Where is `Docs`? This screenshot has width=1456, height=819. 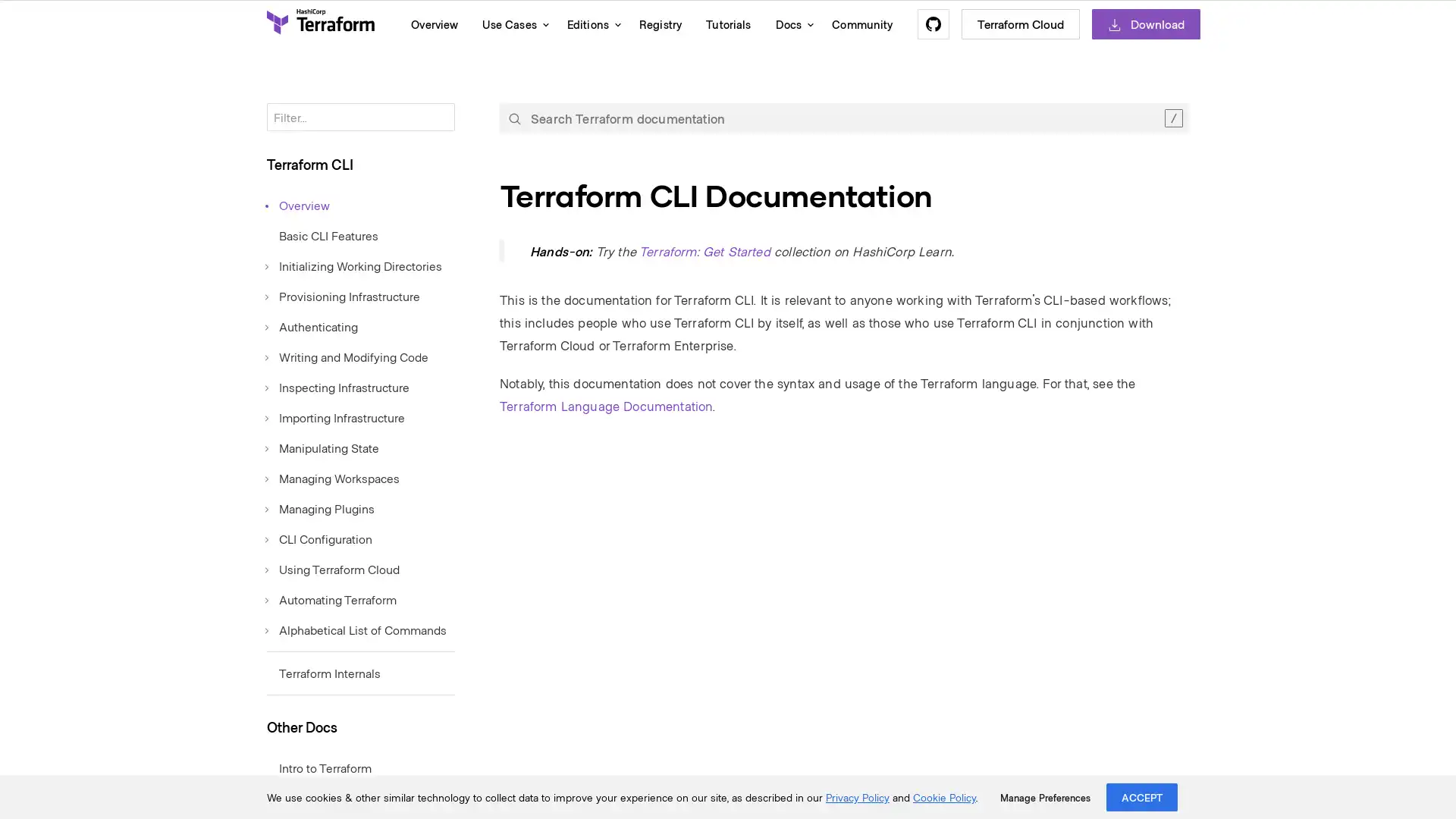
Docs is located at coordinates (790, 24).